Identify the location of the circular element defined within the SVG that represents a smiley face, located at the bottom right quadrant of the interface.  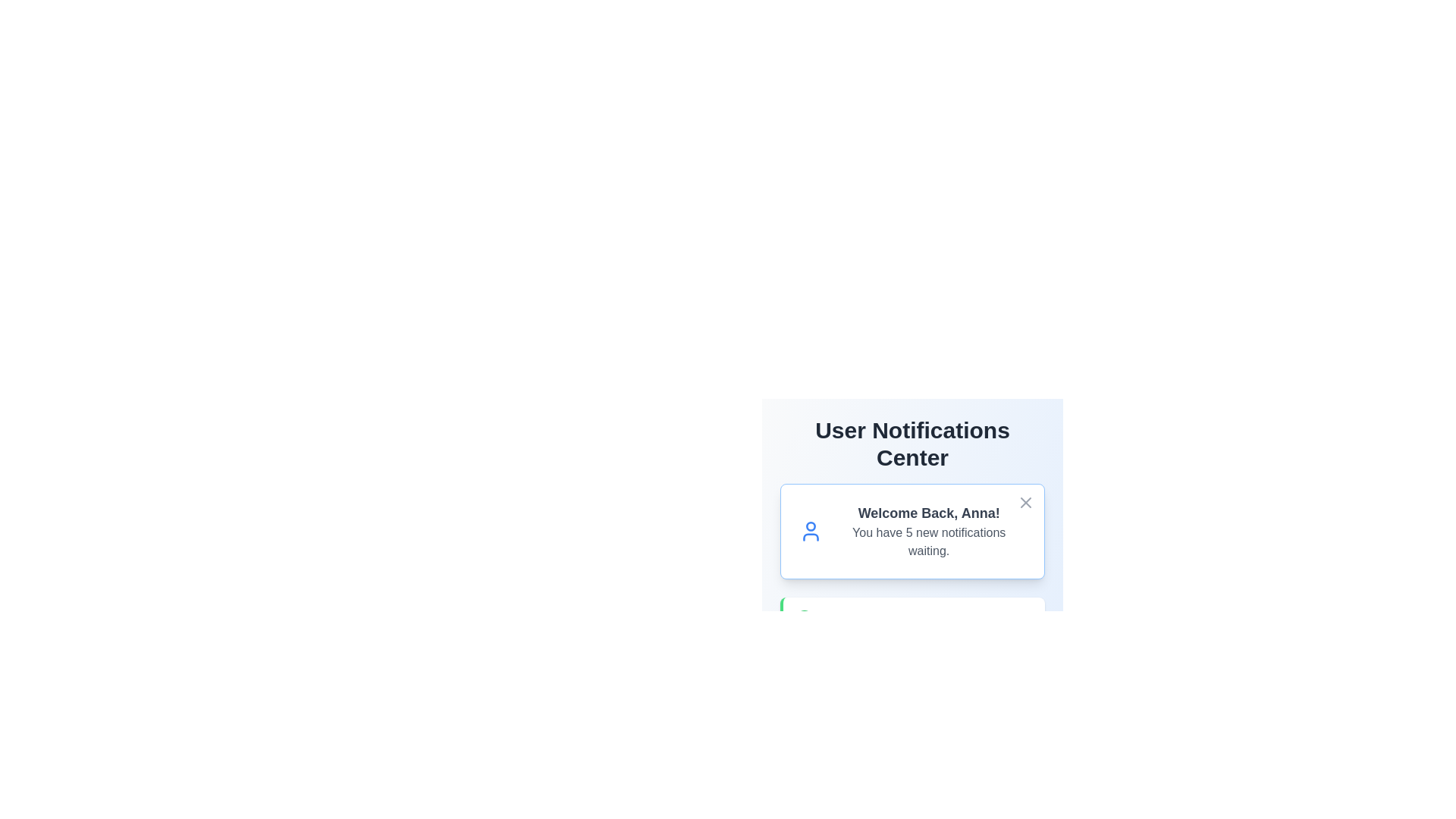
(803, 727).